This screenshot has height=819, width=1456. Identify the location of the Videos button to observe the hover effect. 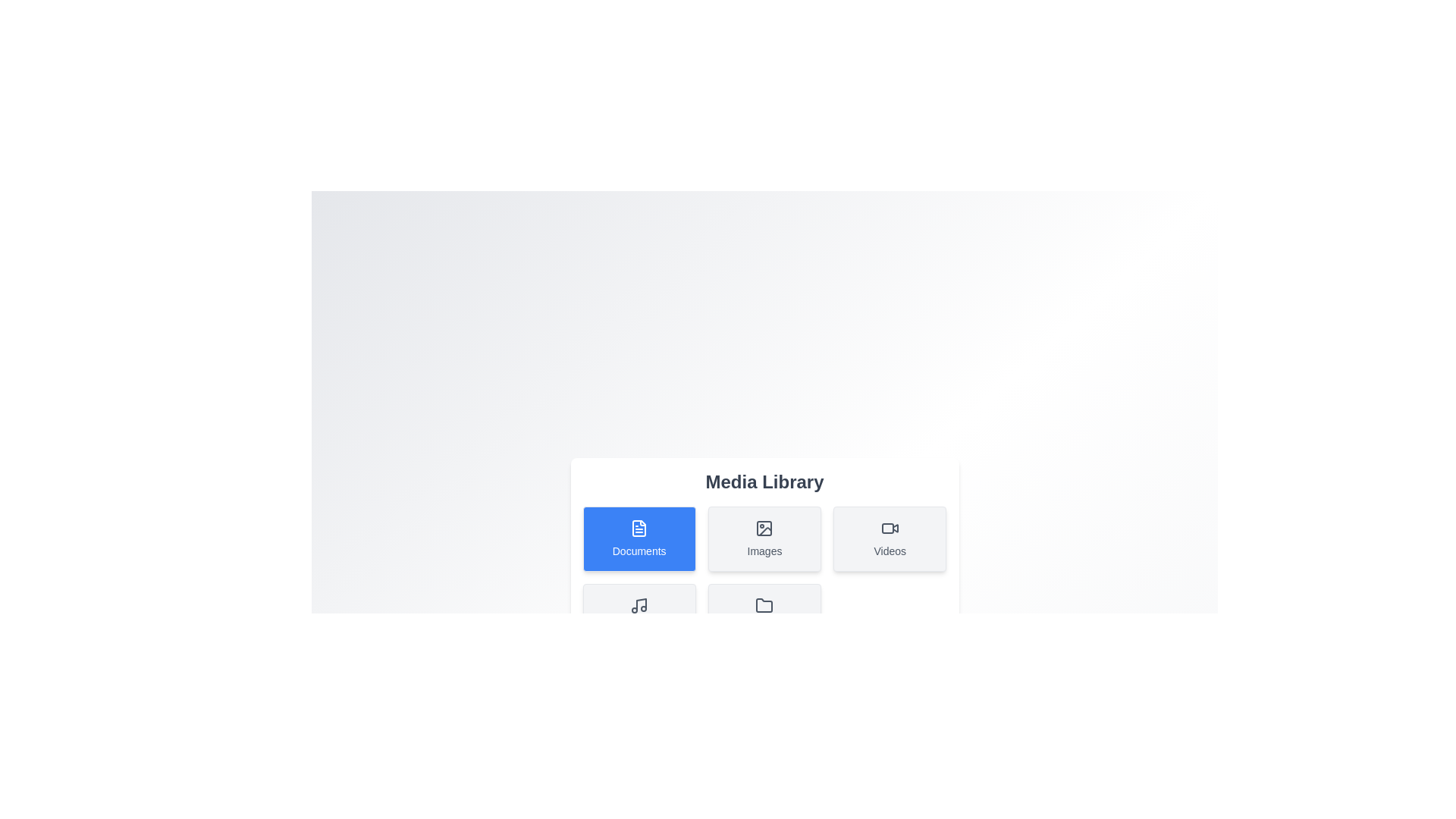
(890, 538).